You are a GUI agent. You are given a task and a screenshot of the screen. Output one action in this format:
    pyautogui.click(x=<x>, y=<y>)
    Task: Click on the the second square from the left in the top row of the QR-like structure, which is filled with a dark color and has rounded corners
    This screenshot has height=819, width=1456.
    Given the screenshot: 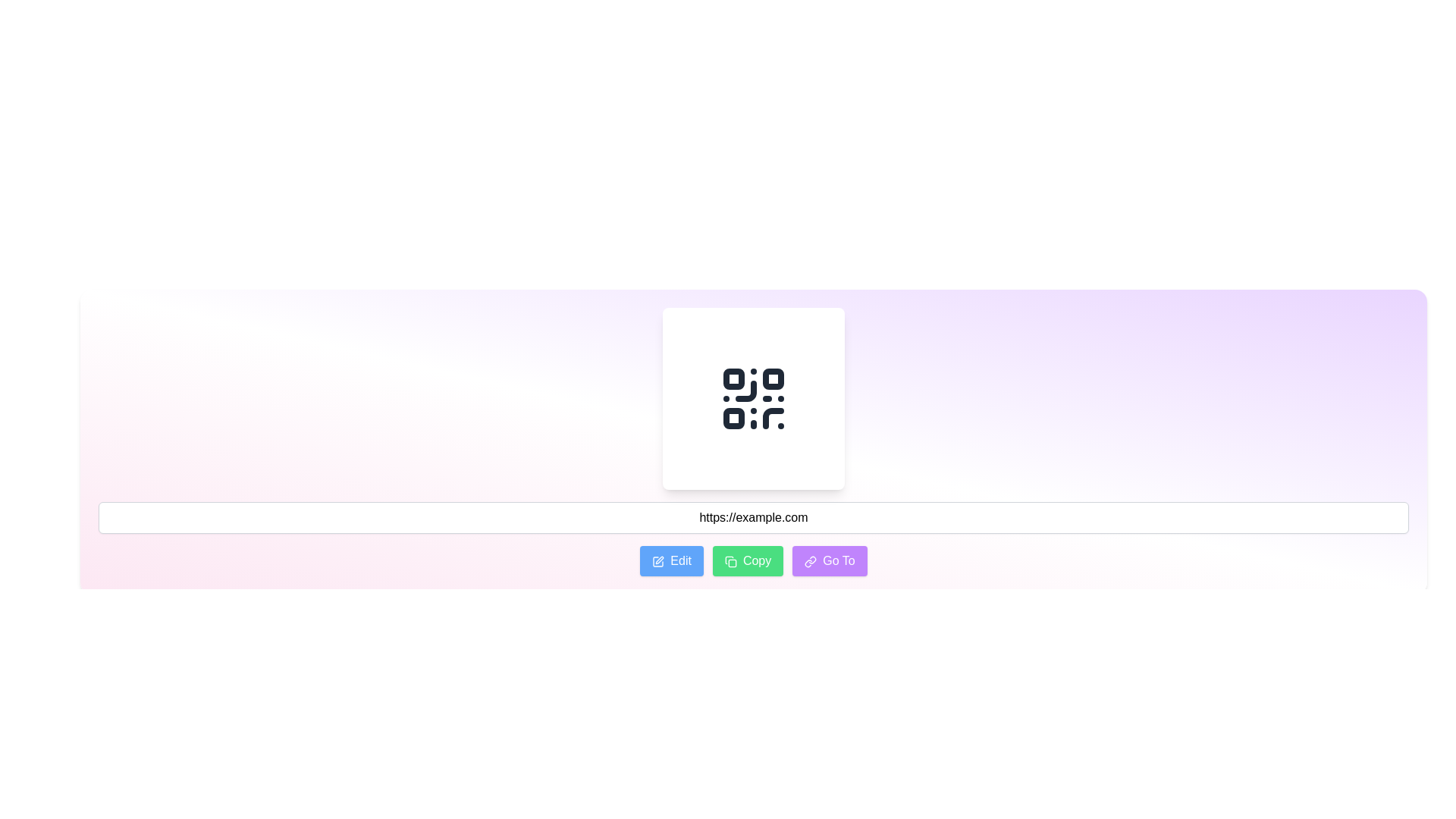 What is the action you would take?
    pyautogui.click(x=773, y=378)
    